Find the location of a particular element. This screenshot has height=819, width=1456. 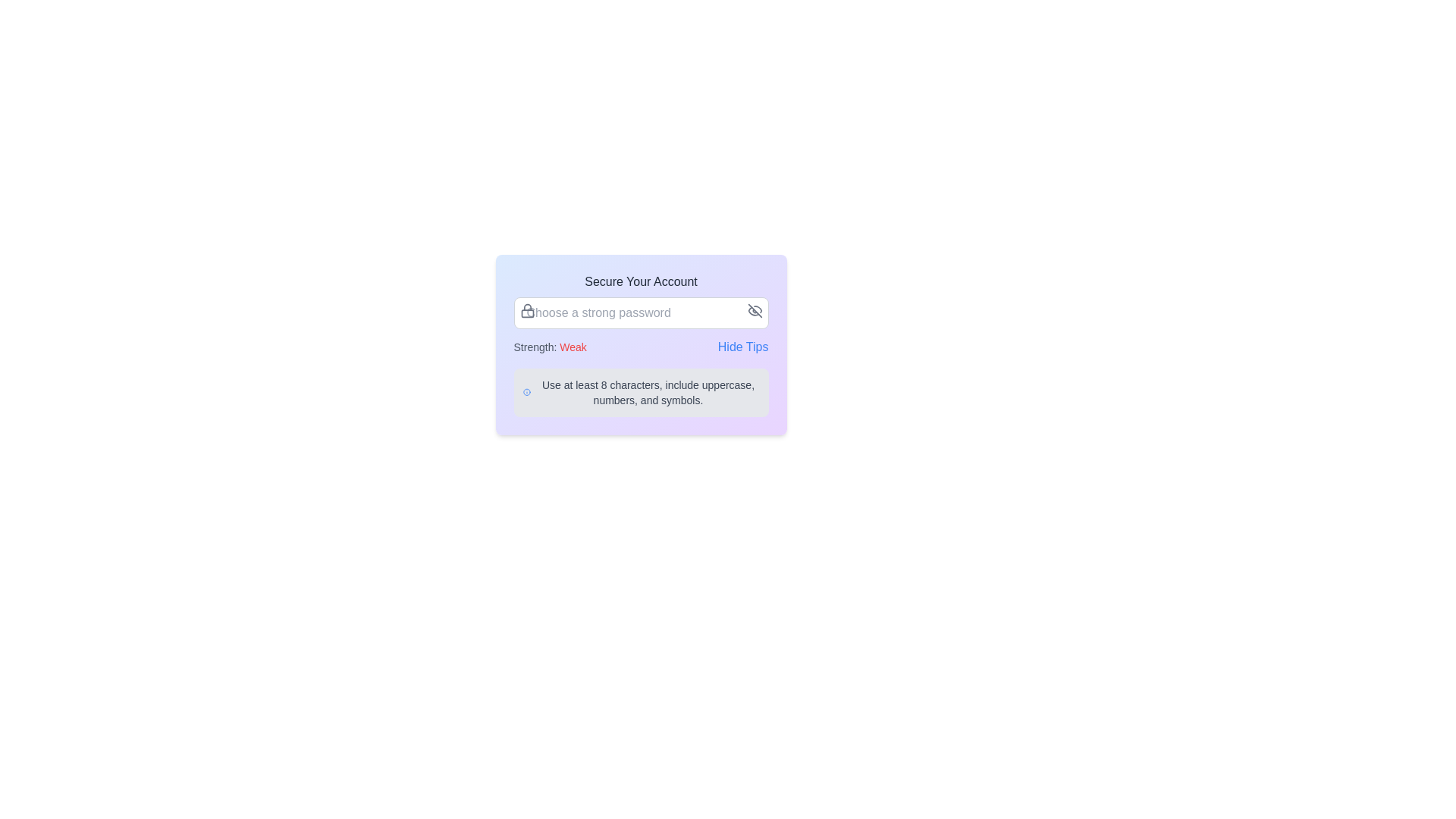

the lock icon located at the upper-left corner of the password input field, which features a dark gray outline and is styled compactly is located at coordinates (527, 309).